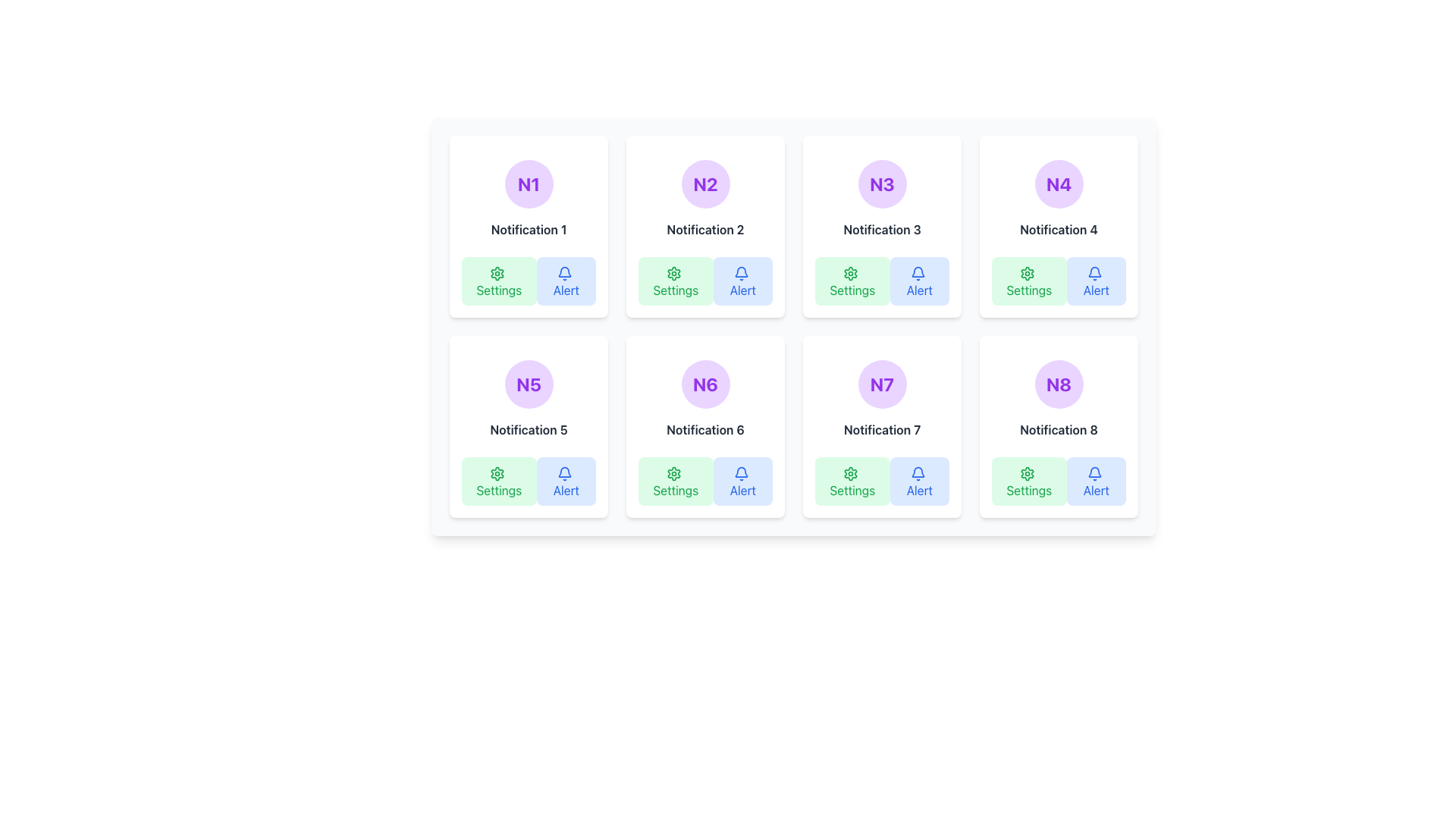 The width and height of the screenshot is (1456, 819). Describe the element at coordinates (917, 472) in the screenshot. I see `the blue bell icon located within the 'Alert' button in the bottom-right section of the 'Notification 7' card` at that location.